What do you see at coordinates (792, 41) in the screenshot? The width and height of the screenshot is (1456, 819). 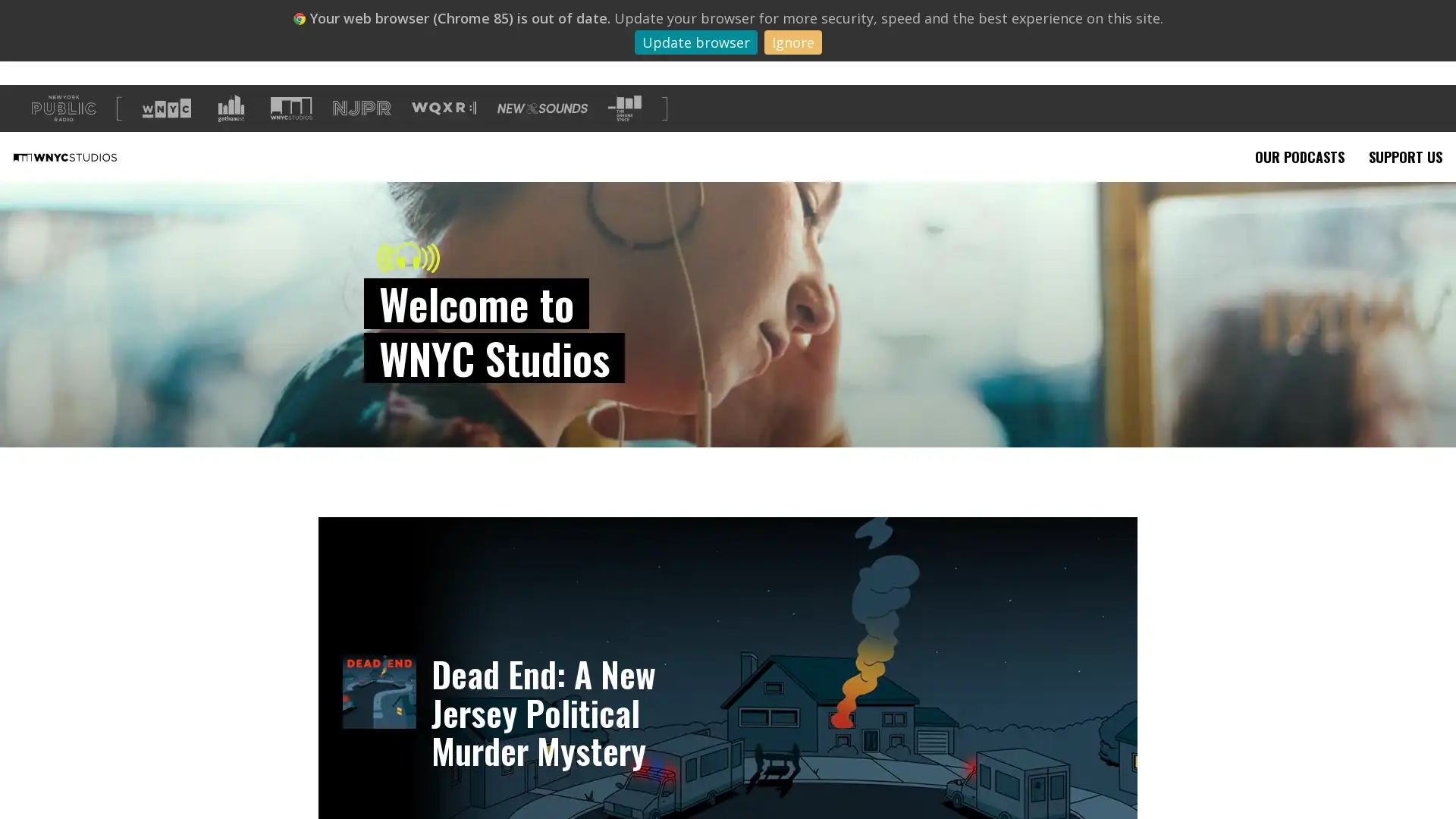 I see `Ignore` at bounding box center [792, 41].